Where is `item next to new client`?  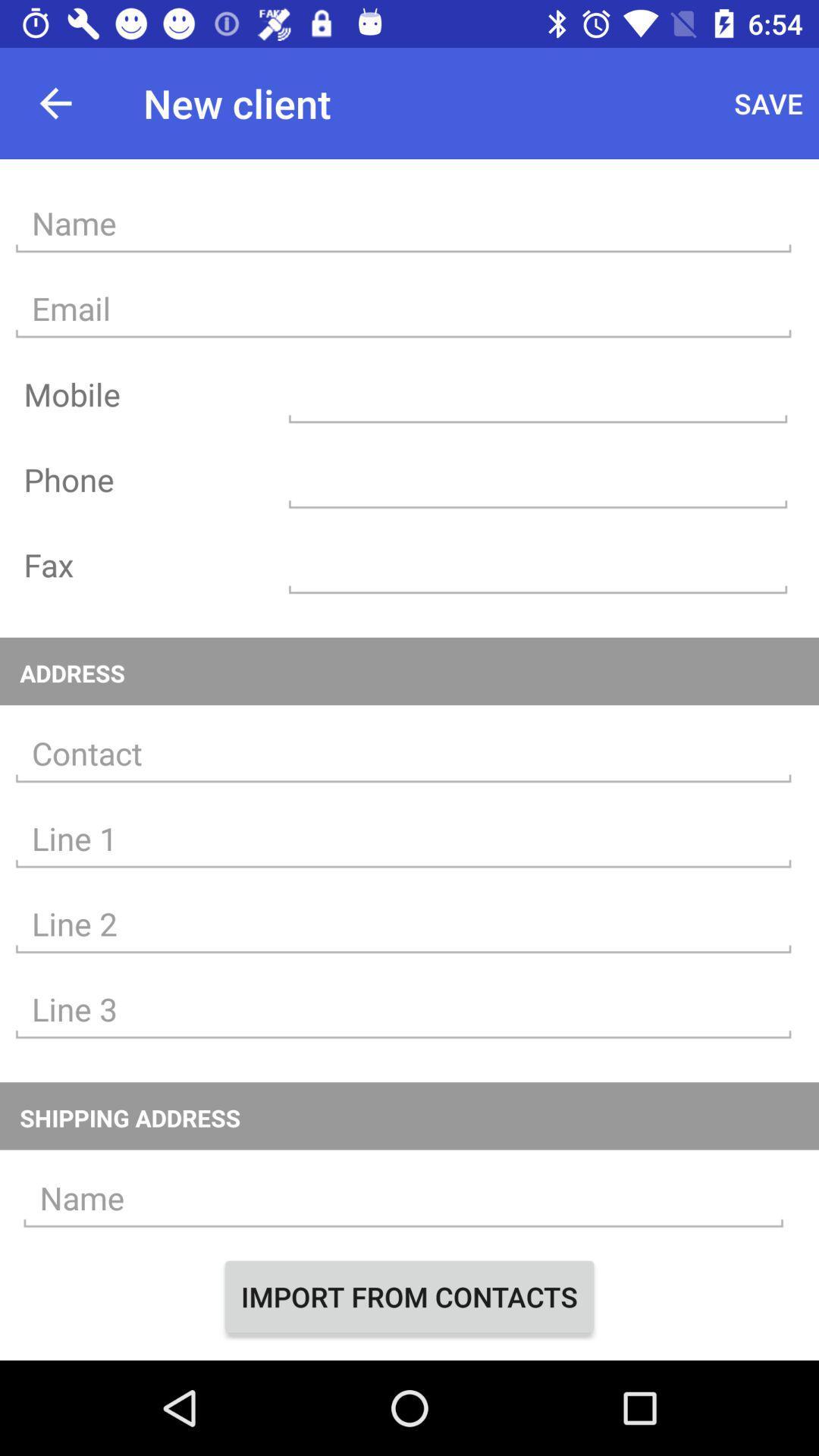
item next to new client is located at coordinates (55, 102).